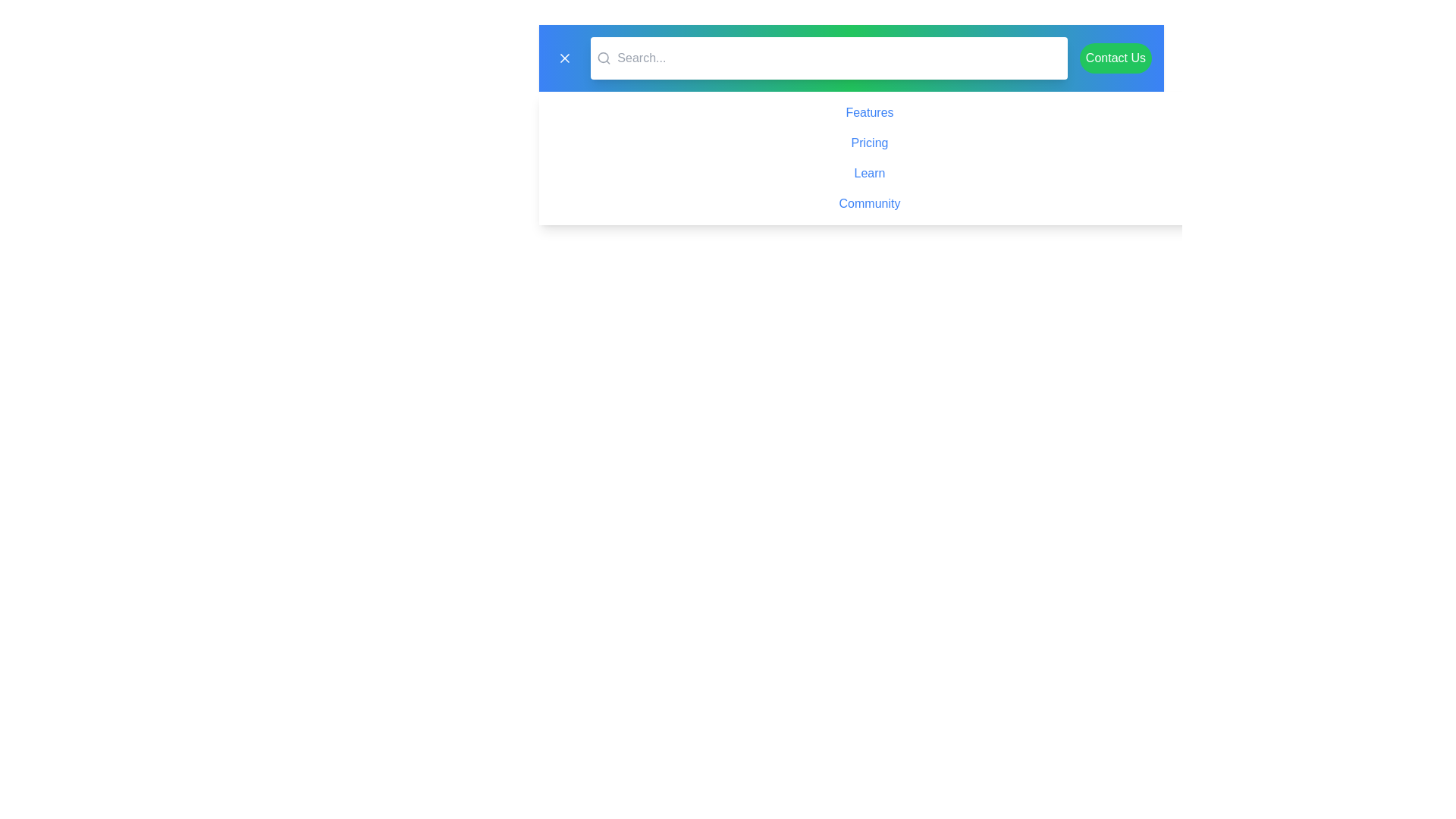  What do you see at coordinates (870, 112) in the screenshot?
I see `the 'Features' hyperlink text link, which is horizontally centered in blue font and located below the search bar` at bounding box center [870, 112].